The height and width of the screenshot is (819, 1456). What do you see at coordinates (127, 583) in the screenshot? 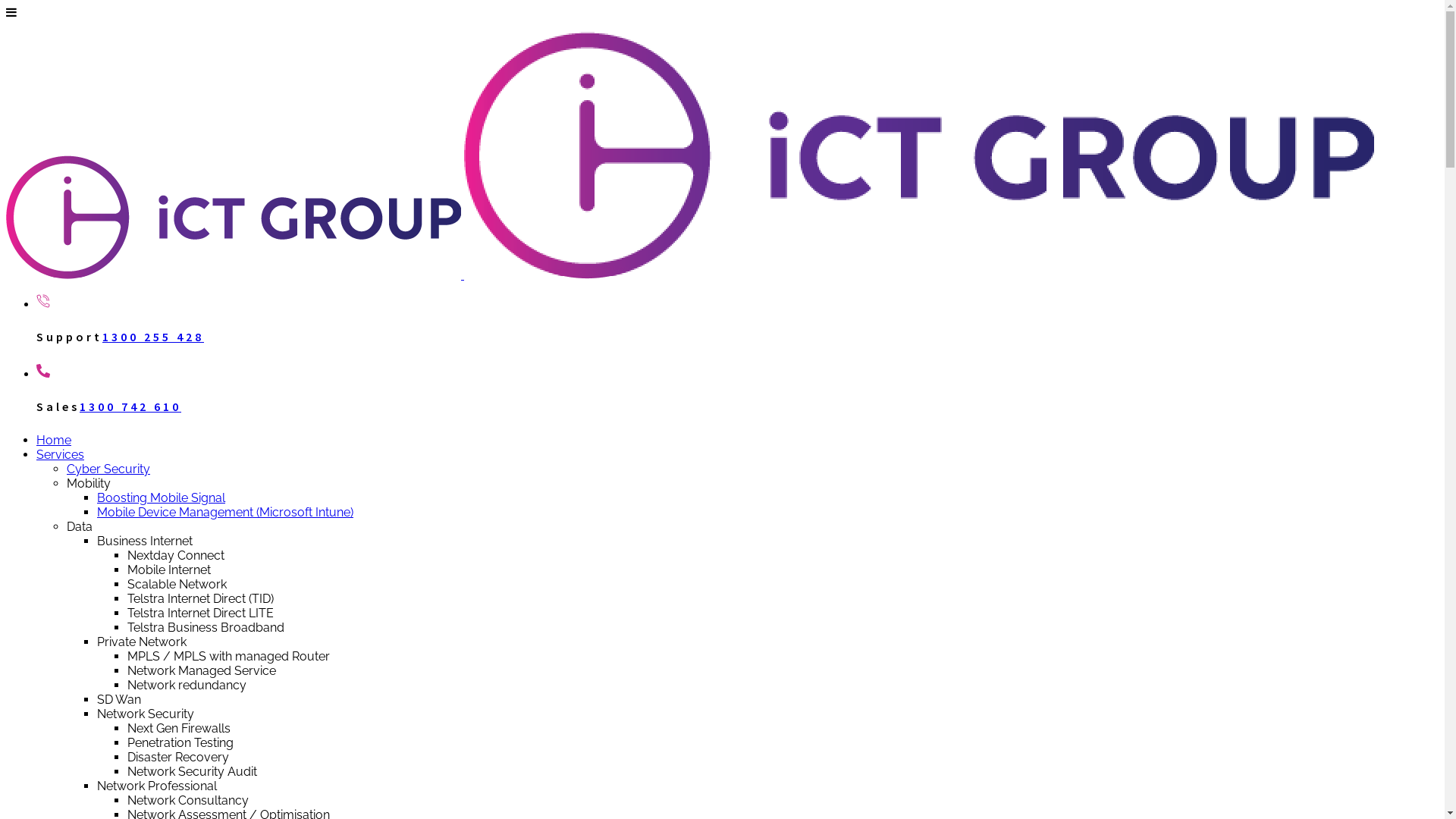
I see `'Scalable Network'` at bounding box center [127, 583].